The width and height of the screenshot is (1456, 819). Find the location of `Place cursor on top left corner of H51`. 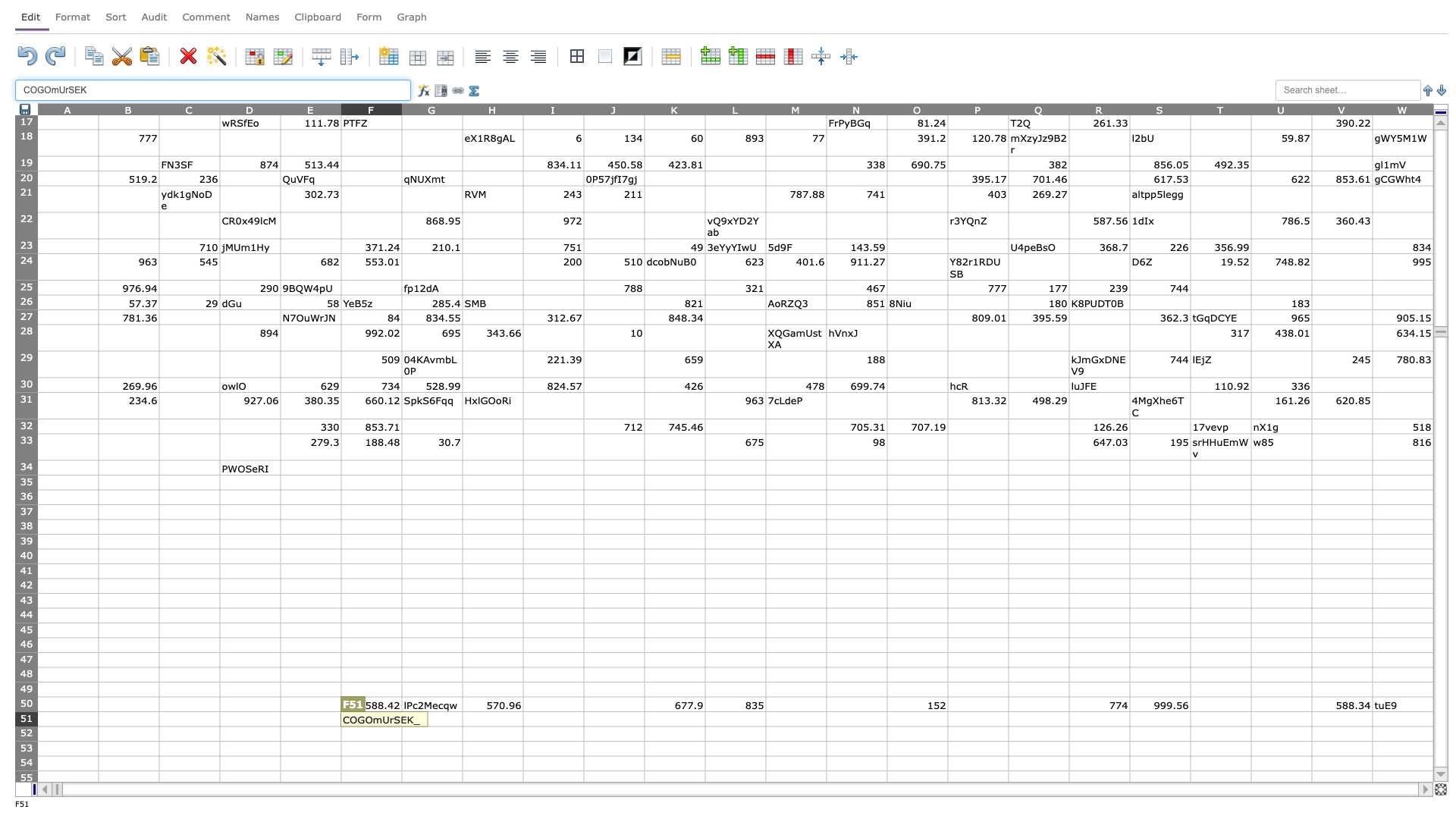

Place cursor on top left corner of H51 is located at coordinates (461, 711).